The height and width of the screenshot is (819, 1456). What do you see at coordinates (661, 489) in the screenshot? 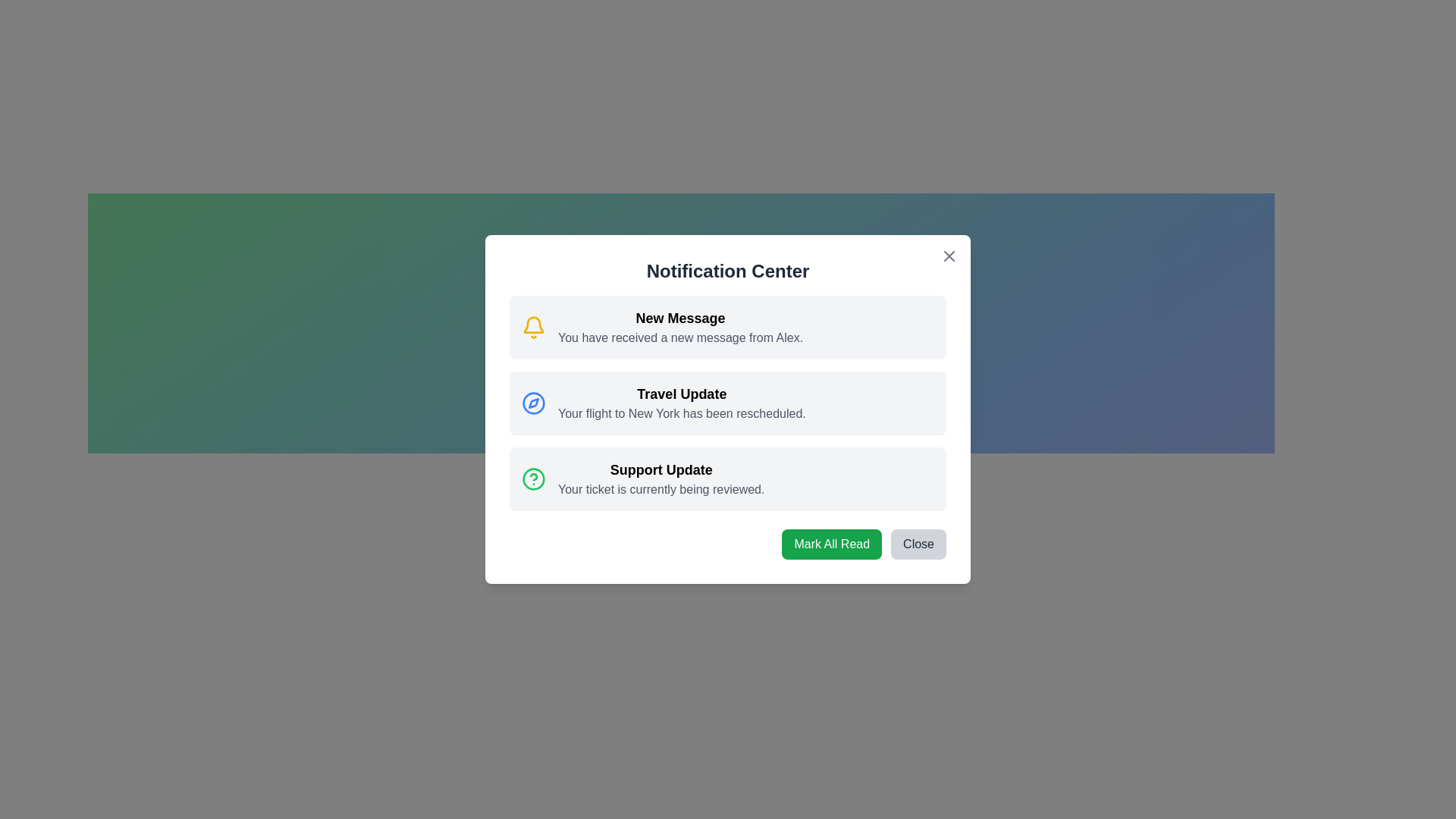
I see `the informational Text label located in the 'Notification Center' dialog box under the 'Support Update' section, positioned below the section title and to the right of the green question mark indicator` at bounding box center [661, 489].